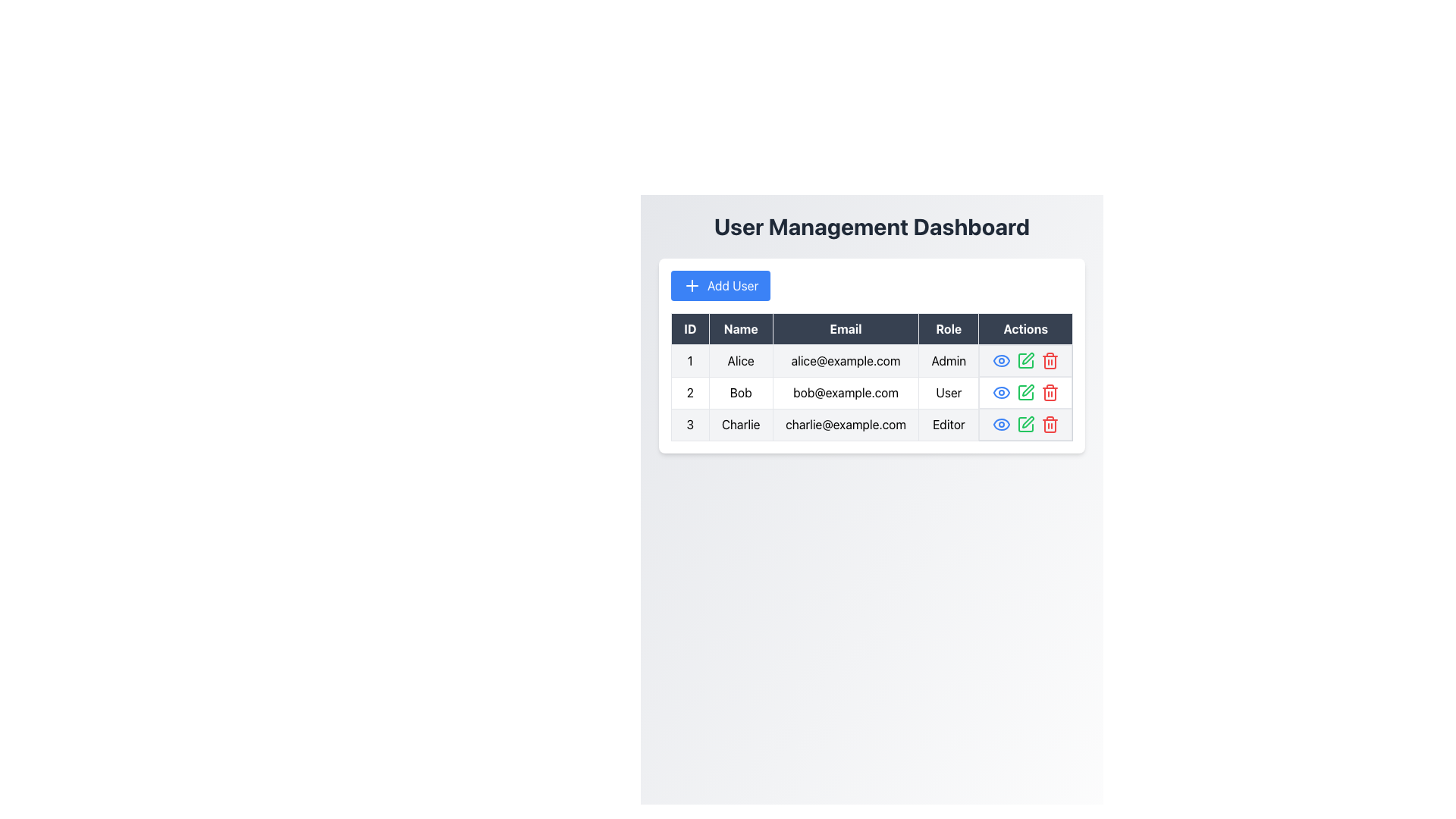  I want to click on the 'Name' column header in the table, which is located between the 'ID' and 'Email' headers, so click(741, 328).